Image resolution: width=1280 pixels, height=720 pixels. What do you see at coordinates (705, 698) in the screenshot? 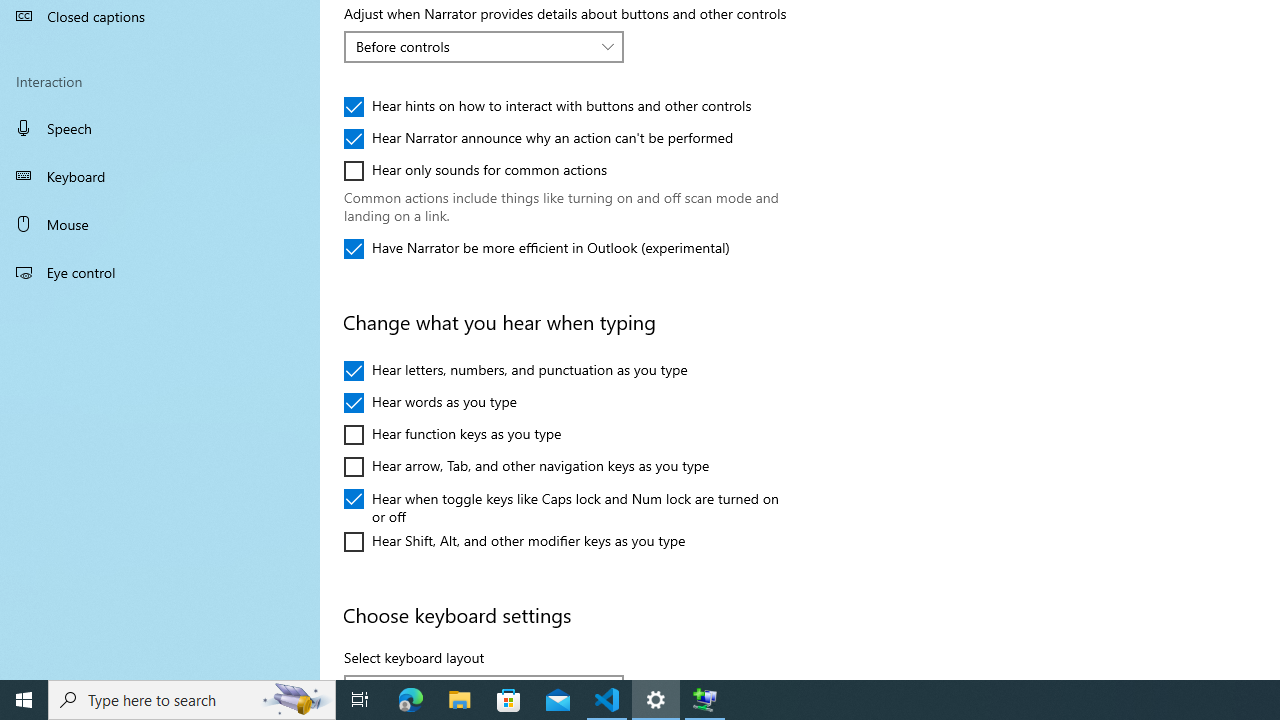
I see `'Extensible Wizards Host Process - 1 running window'` at bounding box center [705, 698].